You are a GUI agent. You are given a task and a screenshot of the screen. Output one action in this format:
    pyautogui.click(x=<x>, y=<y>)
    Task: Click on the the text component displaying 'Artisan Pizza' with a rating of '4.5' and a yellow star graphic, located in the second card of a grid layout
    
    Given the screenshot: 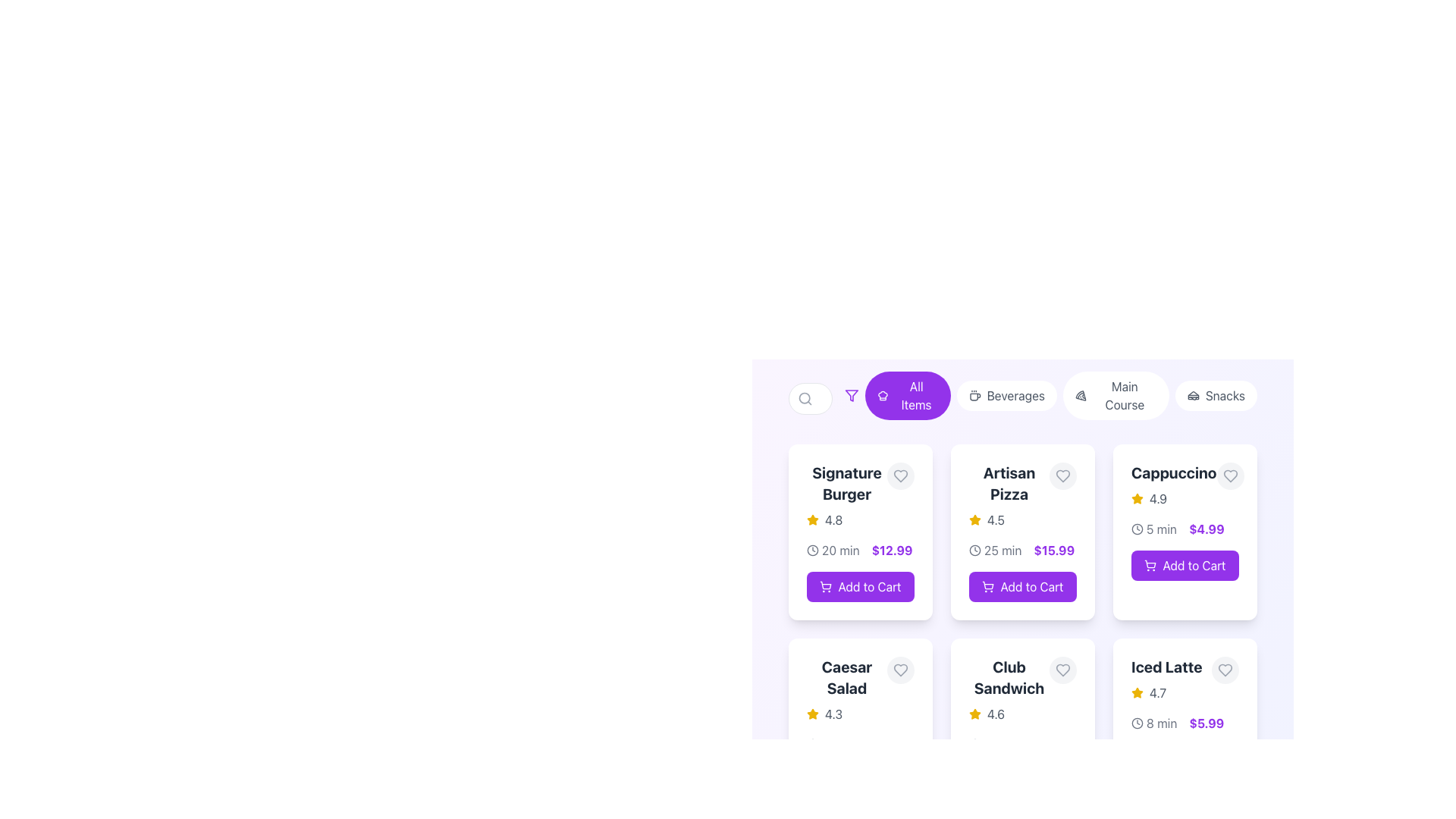 What is the action you would take?
    pyautogui.click(x=1009, y=496)
    